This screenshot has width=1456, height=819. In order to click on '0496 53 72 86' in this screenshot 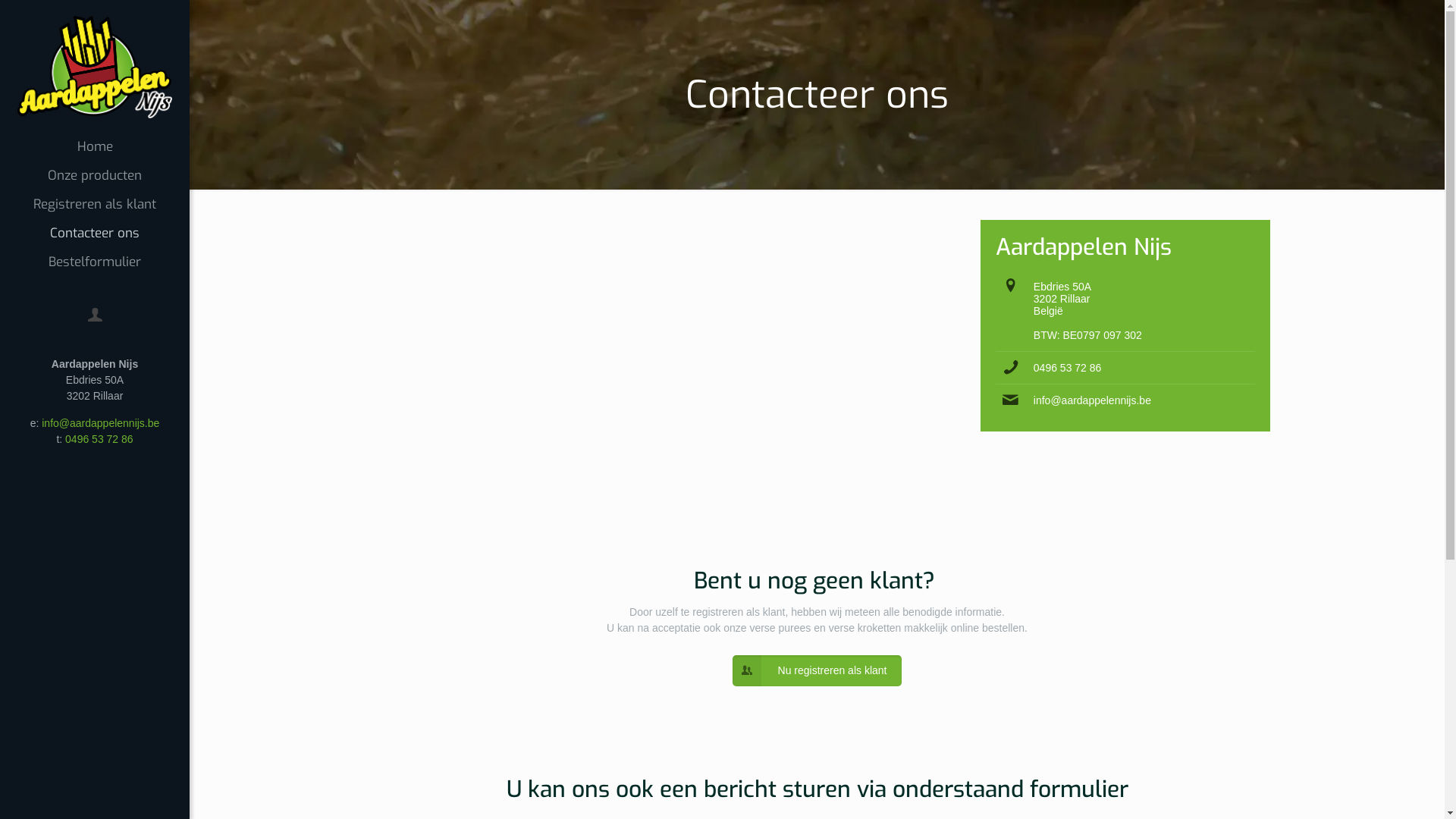, I will do `click(98, 438)`.